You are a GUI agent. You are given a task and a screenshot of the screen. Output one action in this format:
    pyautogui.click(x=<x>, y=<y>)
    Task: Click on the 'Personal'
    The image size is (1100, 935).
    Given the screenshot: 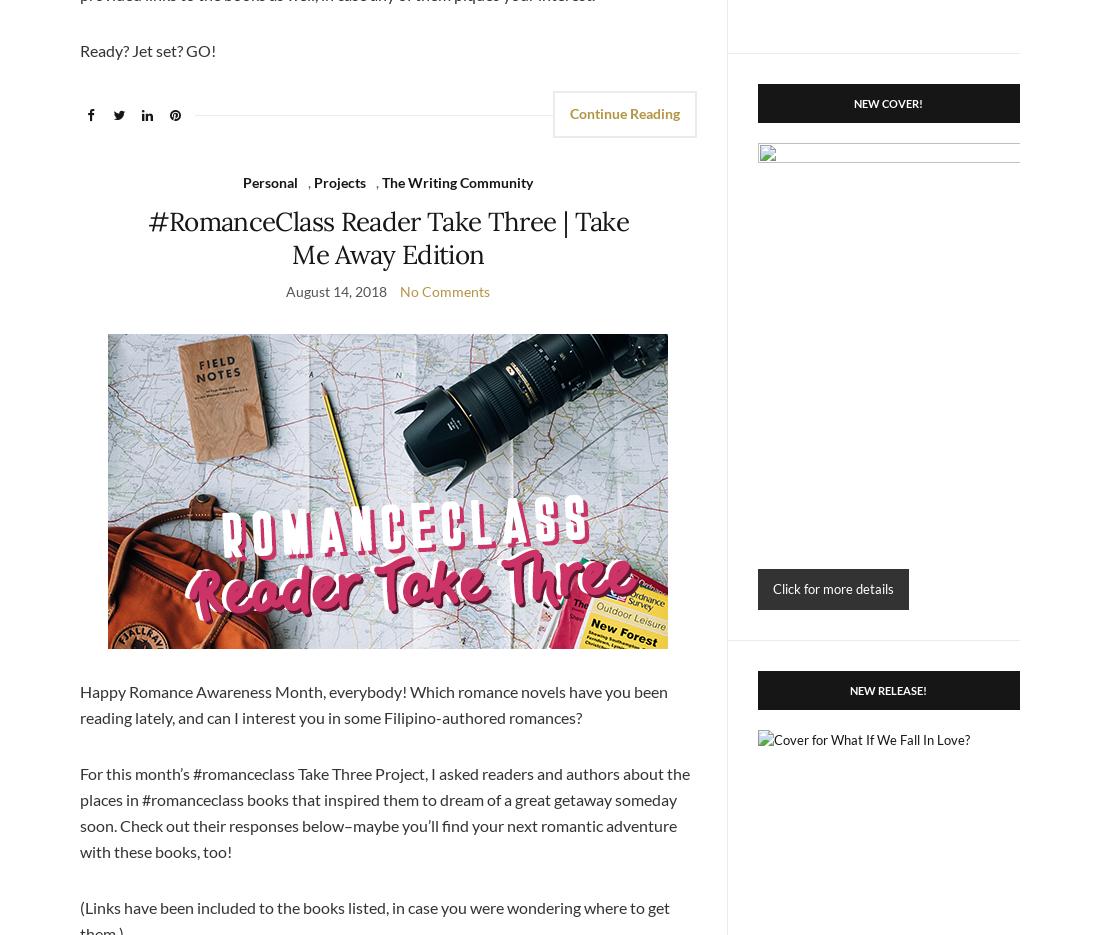 What is the action you would take?
    pyautogui.click(x=270, y=181)
    